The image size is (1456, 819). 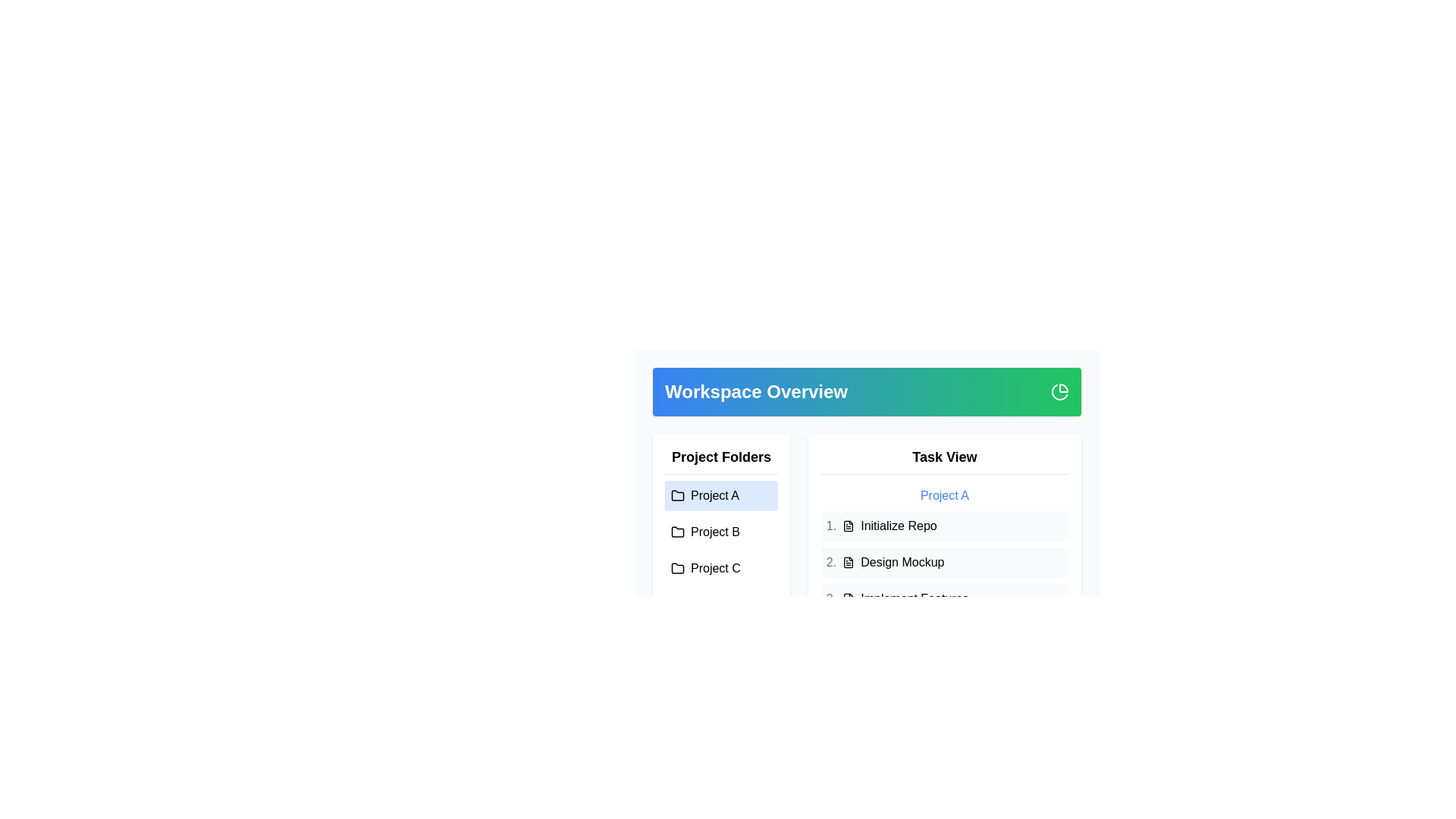 I want to click on the folder icon located in the 'Project Folders' section next to the label 'Project A', so click(x=676, y=494).